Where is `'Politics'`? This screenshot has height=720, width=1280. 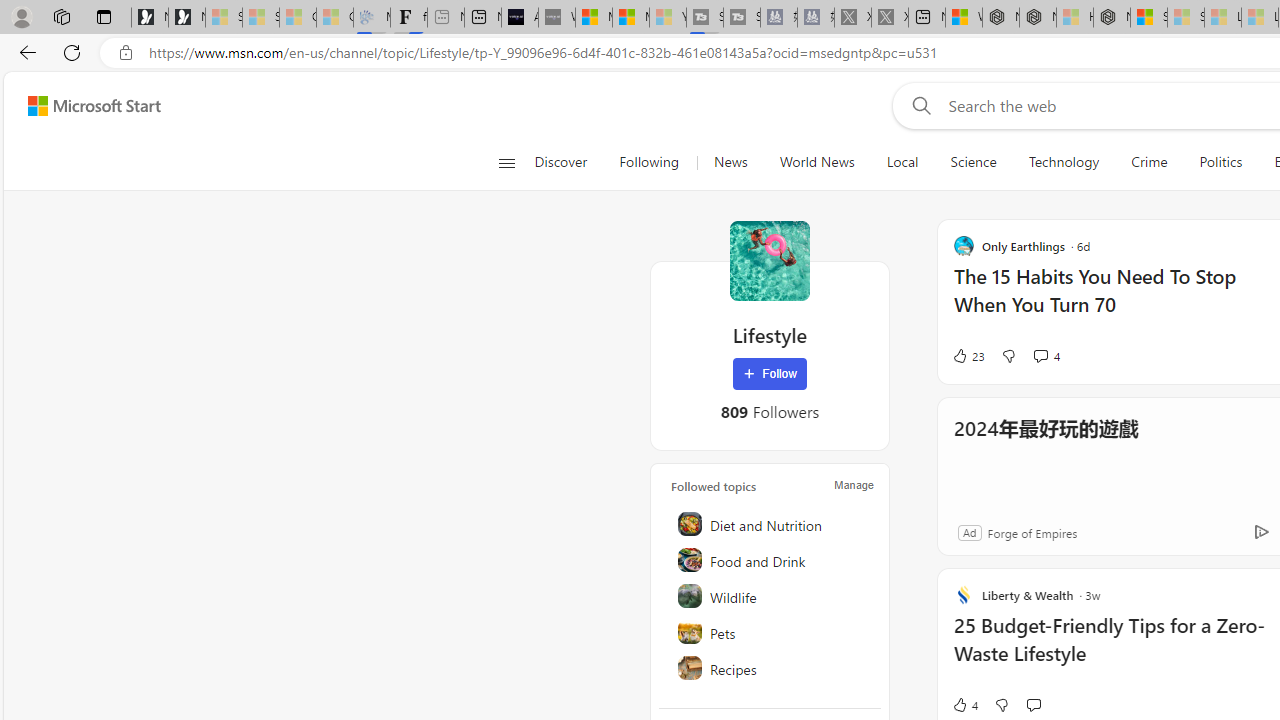 'Politics' is located at coordinates (1220, 162).